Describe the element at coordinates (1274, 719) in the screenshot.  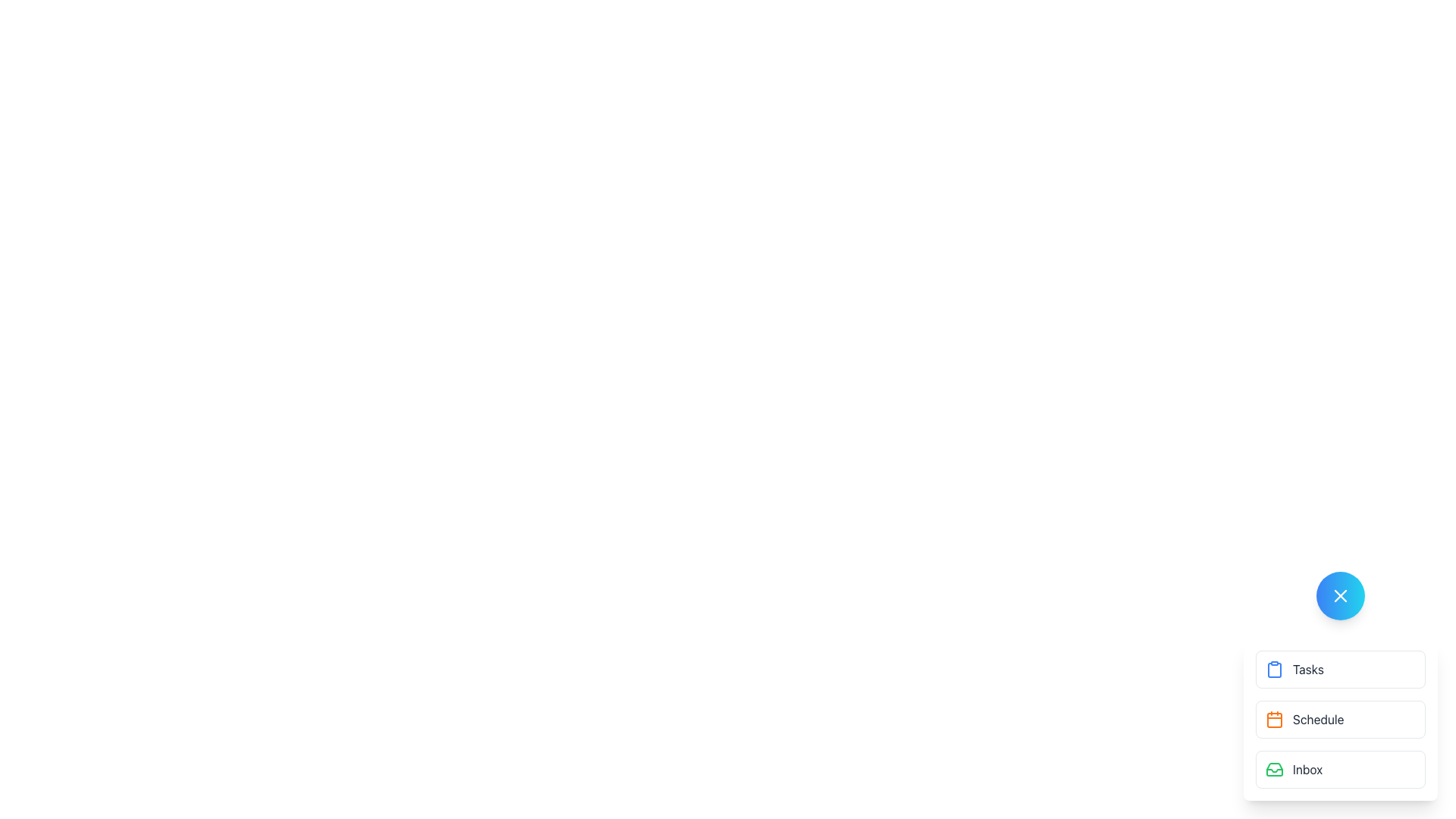
I see `the calendar icon that signifies the 'Schedule' functionality, located at the center of the icon in the vertical stack of three icons` at that location.